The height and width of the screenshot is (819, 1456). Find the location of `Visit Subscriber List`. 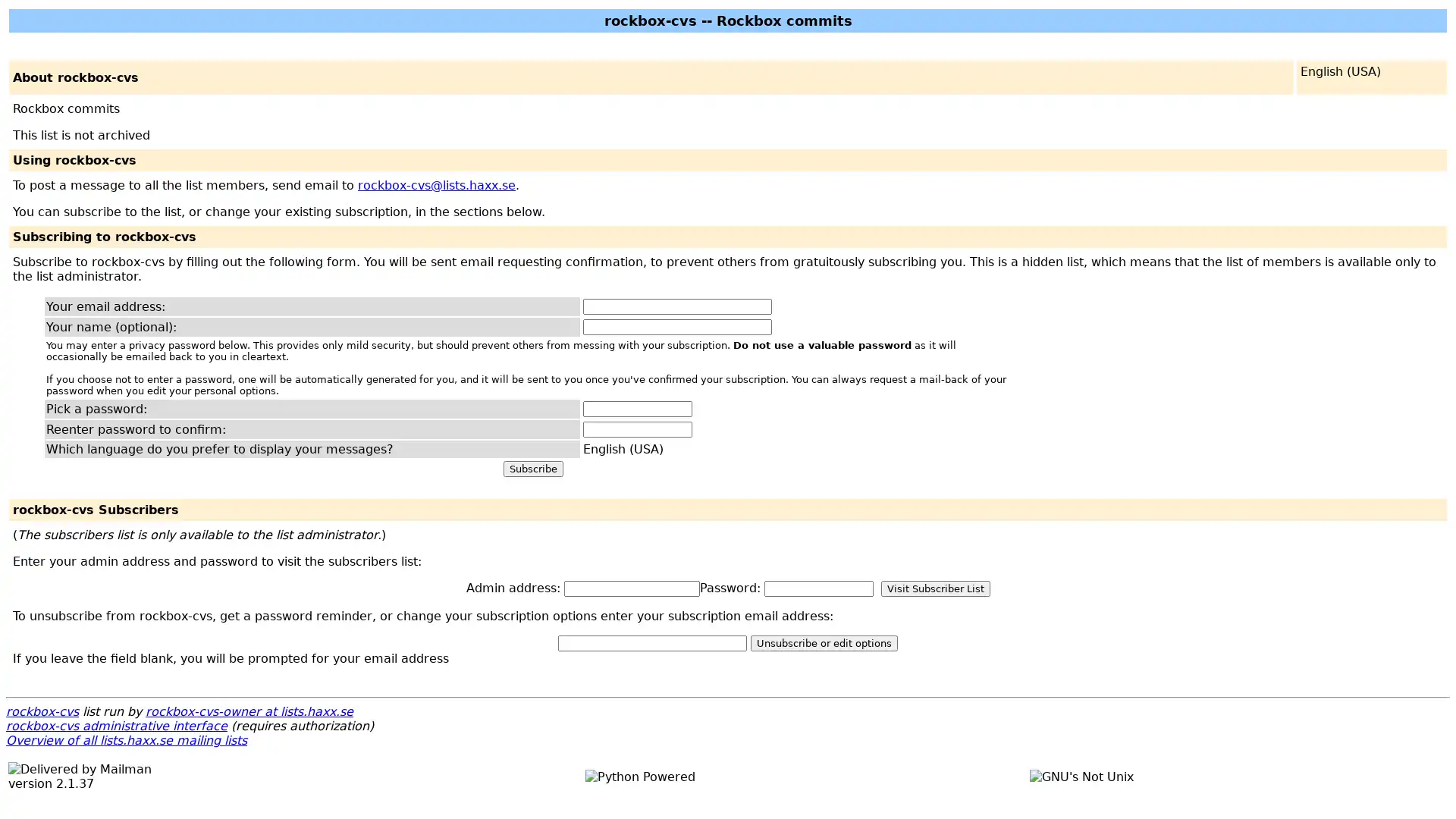

Visit Subscriber List is located at coordinates (934, 588).